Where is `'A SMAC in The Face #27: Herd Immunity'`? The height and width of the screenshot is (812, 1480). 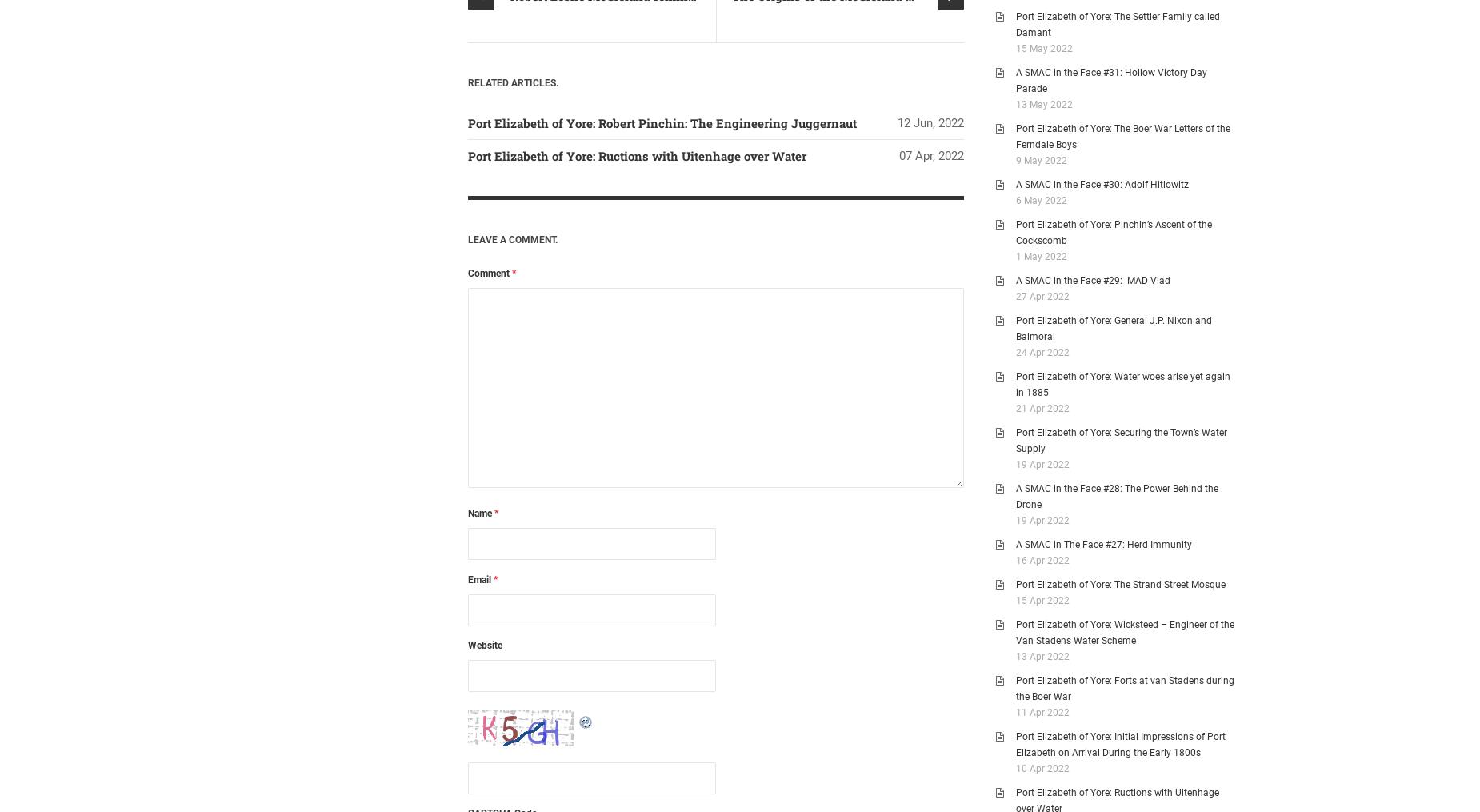 'A SMAC in The Face #27: Herd Immunity' is located at coordinates (1102, 544).